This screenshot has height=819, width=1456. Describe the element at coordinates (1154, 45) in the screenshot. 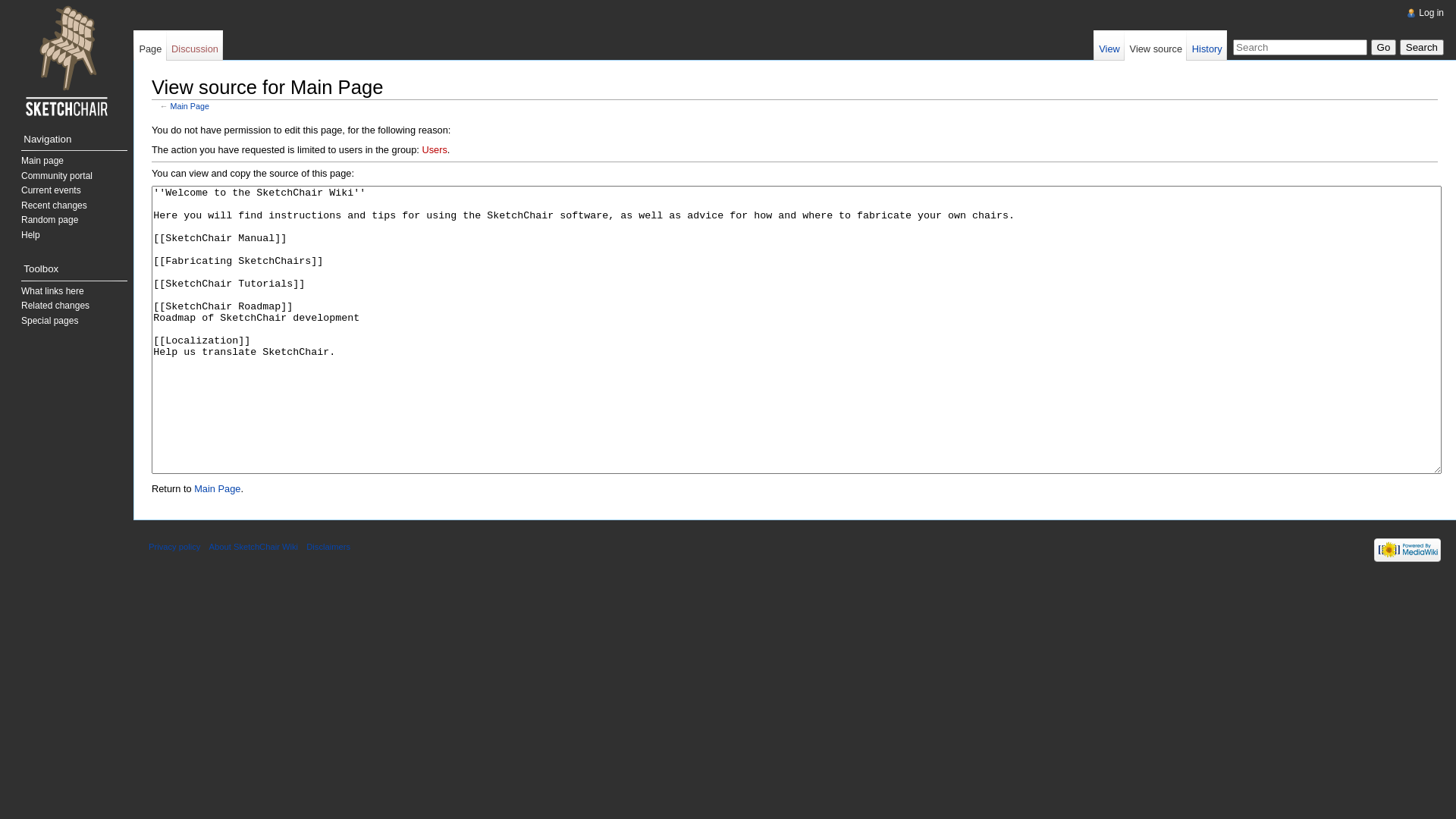

I see `'View source'` at that location.